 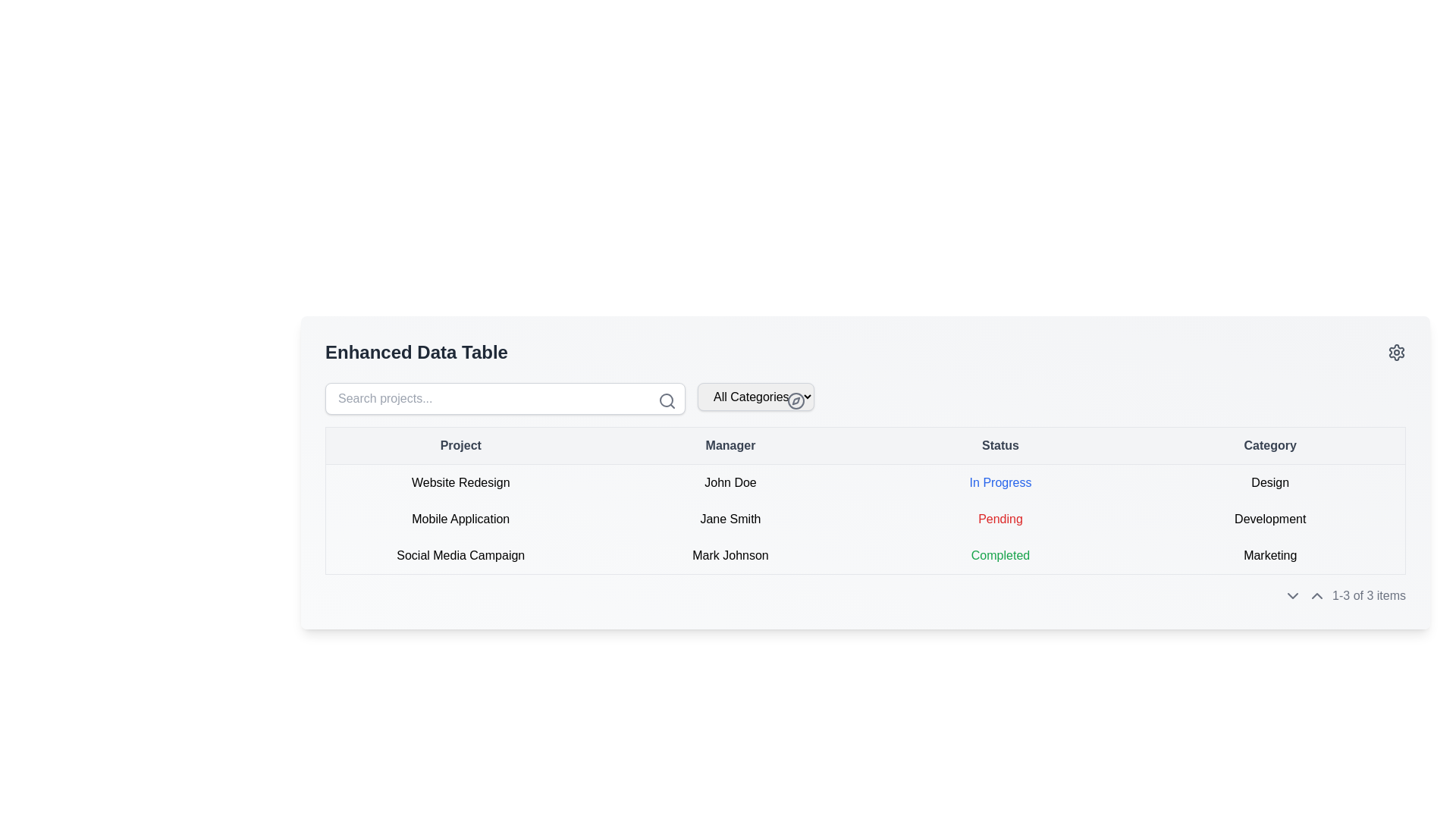 What do you see at coordinates (460, 519) in the screenshot?
I see `the text label reading 'Mobile Application' in the second row of the data table under the 'Project' column` at bounding box center [460, 519].